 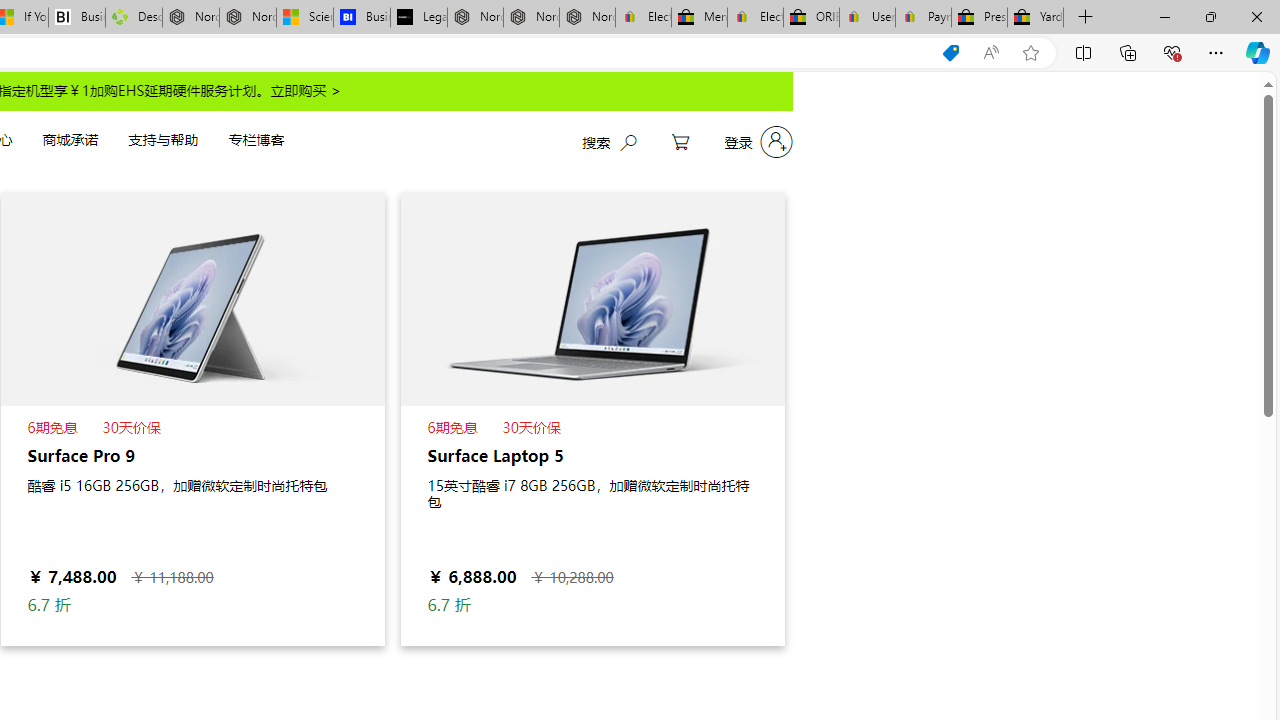 What do you see at coordinates (1255, 16) in the screenshot?
I see `'Close'` at bounding box center [1255, 16].